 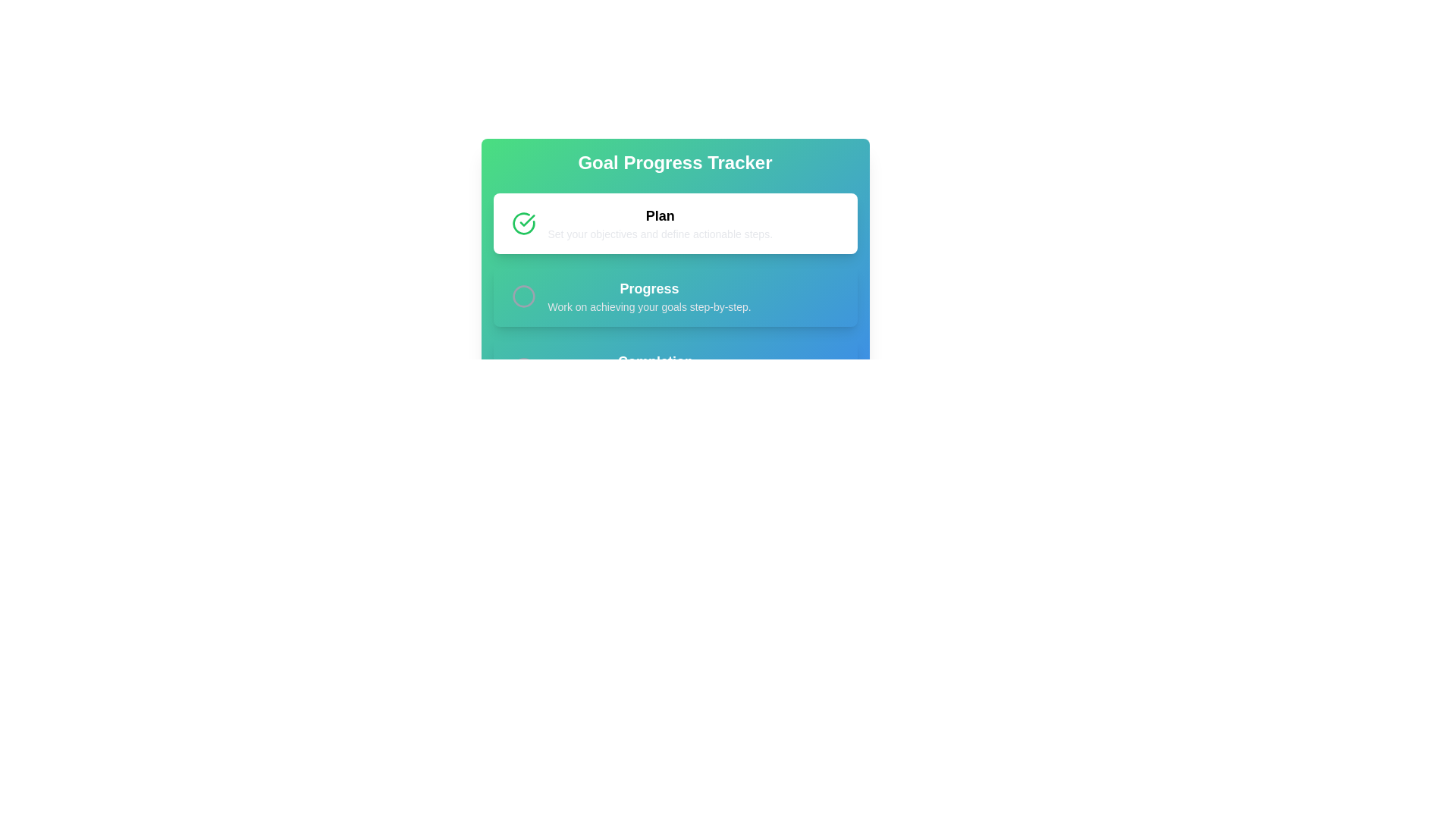 I want to click on the circular SVG graphic used as a status indicator in the 'Progress' section, located below the 'Plan' section, so click(x=523, y=296).